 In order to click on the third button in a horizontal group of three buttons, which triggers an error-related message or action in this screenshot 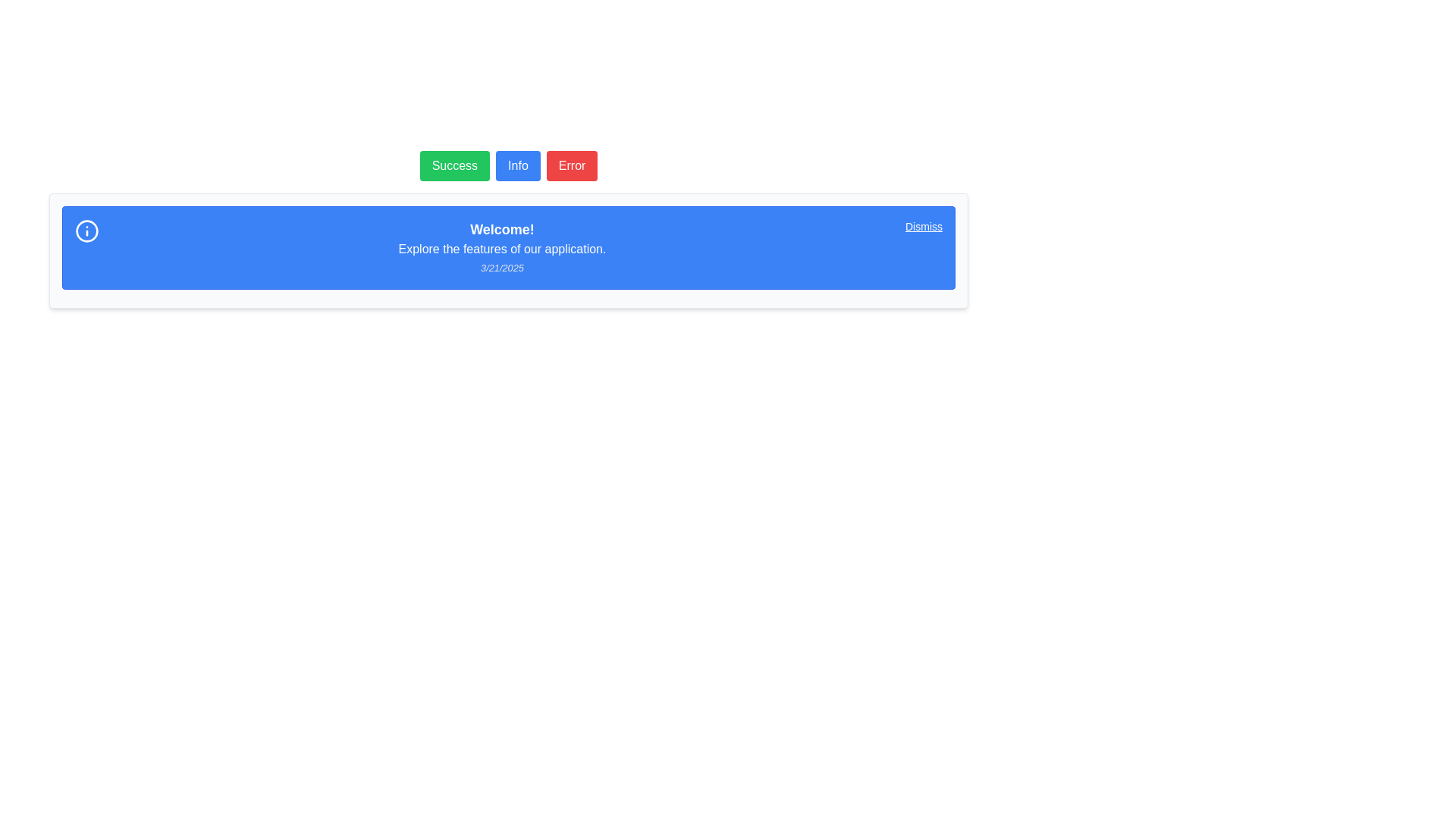, I will do `click(571, 166)`.